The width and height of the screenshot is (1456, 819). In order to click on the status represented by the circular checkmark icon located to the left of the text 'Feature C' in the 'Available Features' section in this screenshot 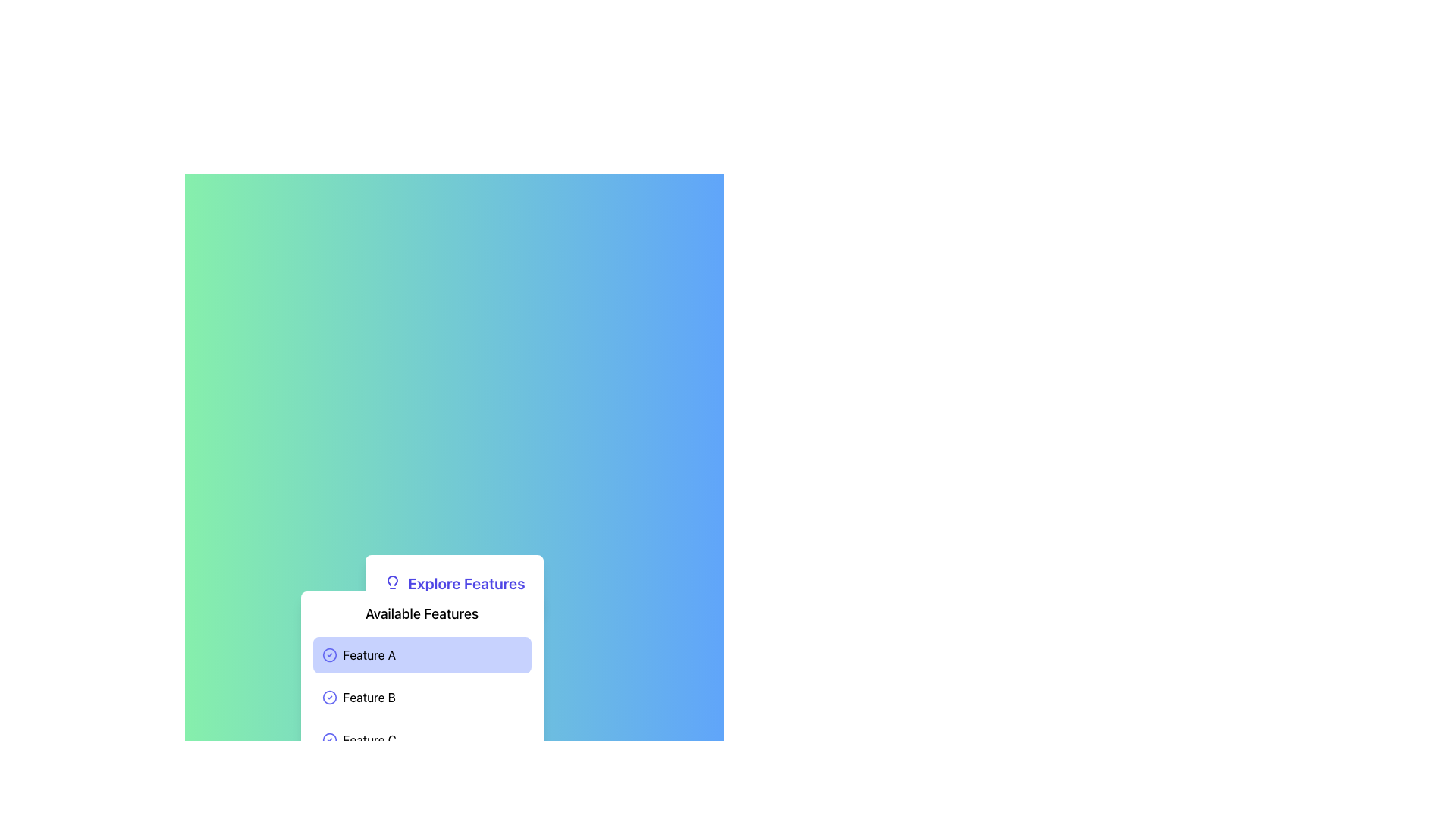, I will do `click(328, 739)`.